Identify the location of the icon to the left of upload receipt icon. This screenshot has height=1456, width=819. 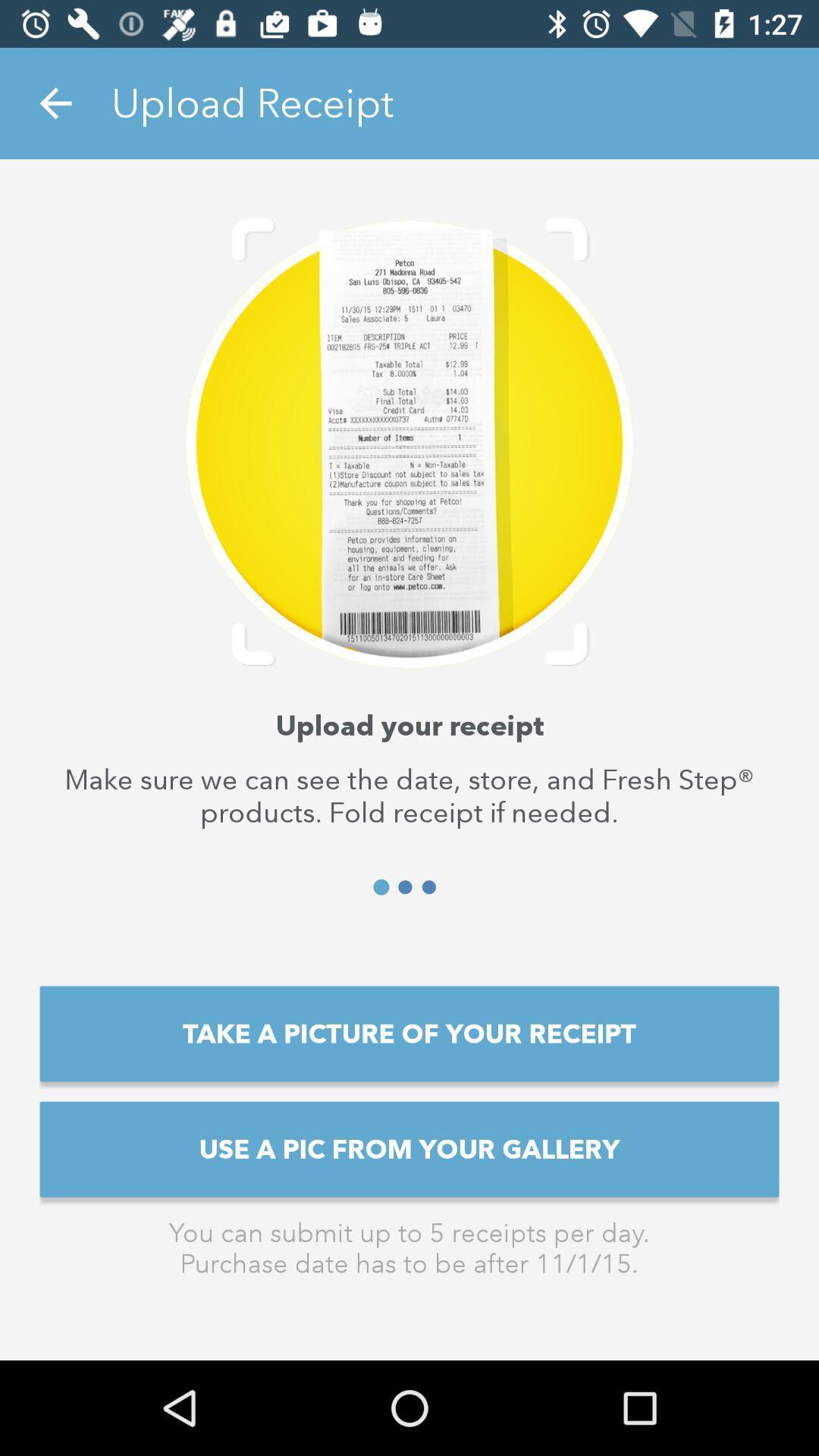
(55, 102).